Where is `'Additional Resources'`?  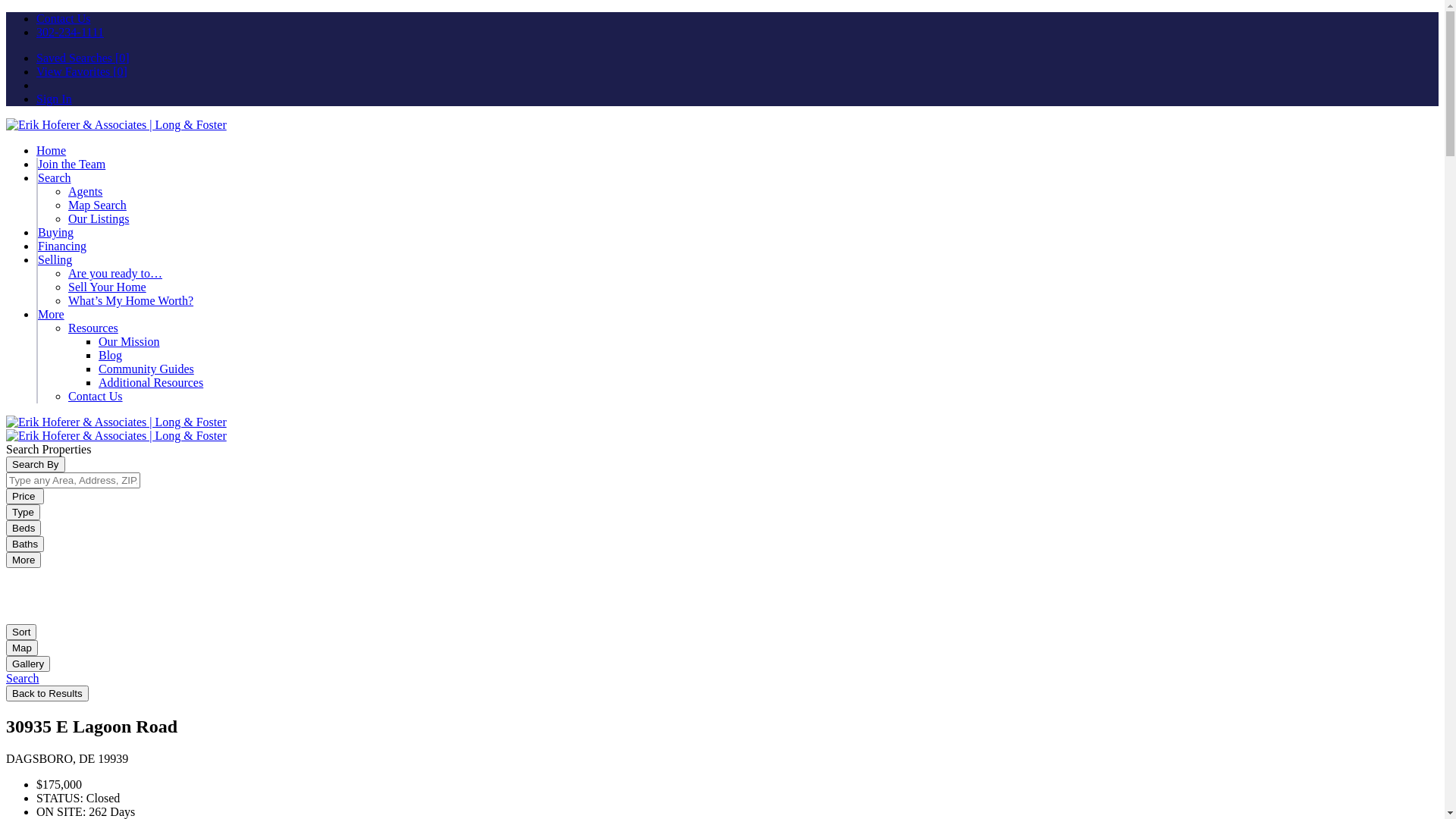
'Additional Resources' is located at coordinates (150, 381).